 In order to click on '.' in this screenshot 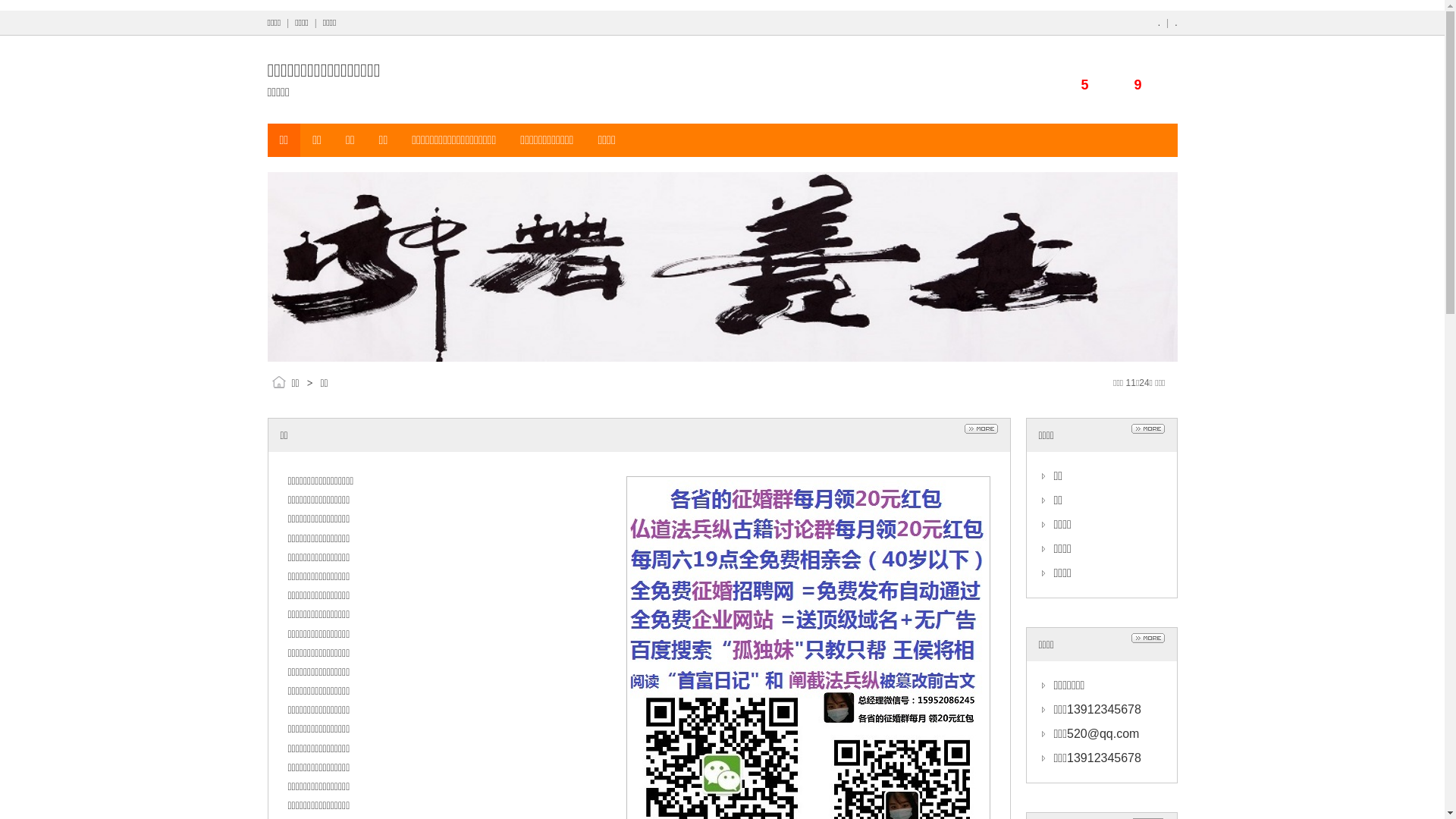, I will do `click(1175, 23)`.